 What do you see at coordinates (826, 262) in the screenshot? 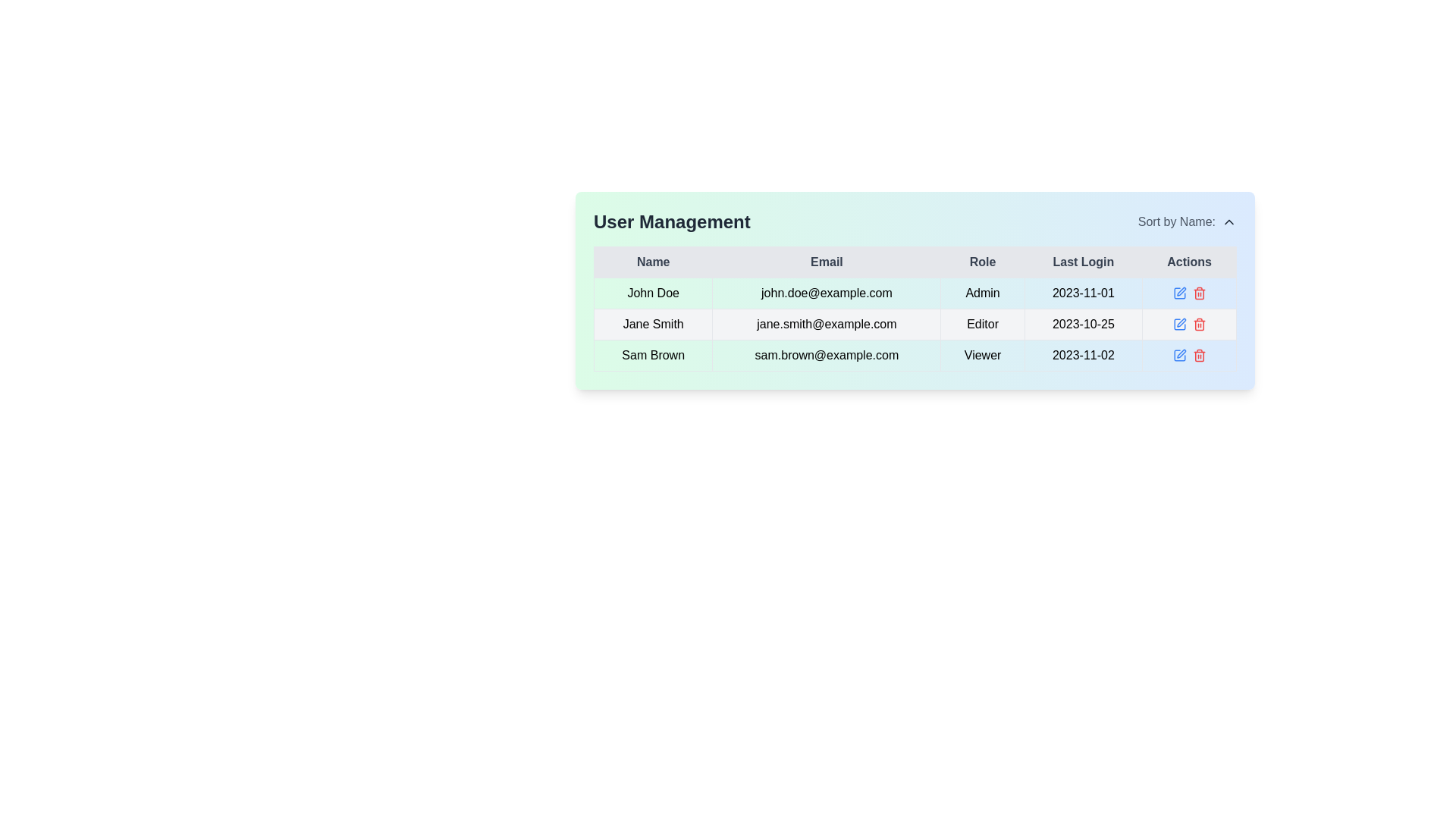
I see `the static text label 'Email' in the second header cell of the table, which is positioned between the 'Name' and 'Role' columns` at bounding box center [826, 262].